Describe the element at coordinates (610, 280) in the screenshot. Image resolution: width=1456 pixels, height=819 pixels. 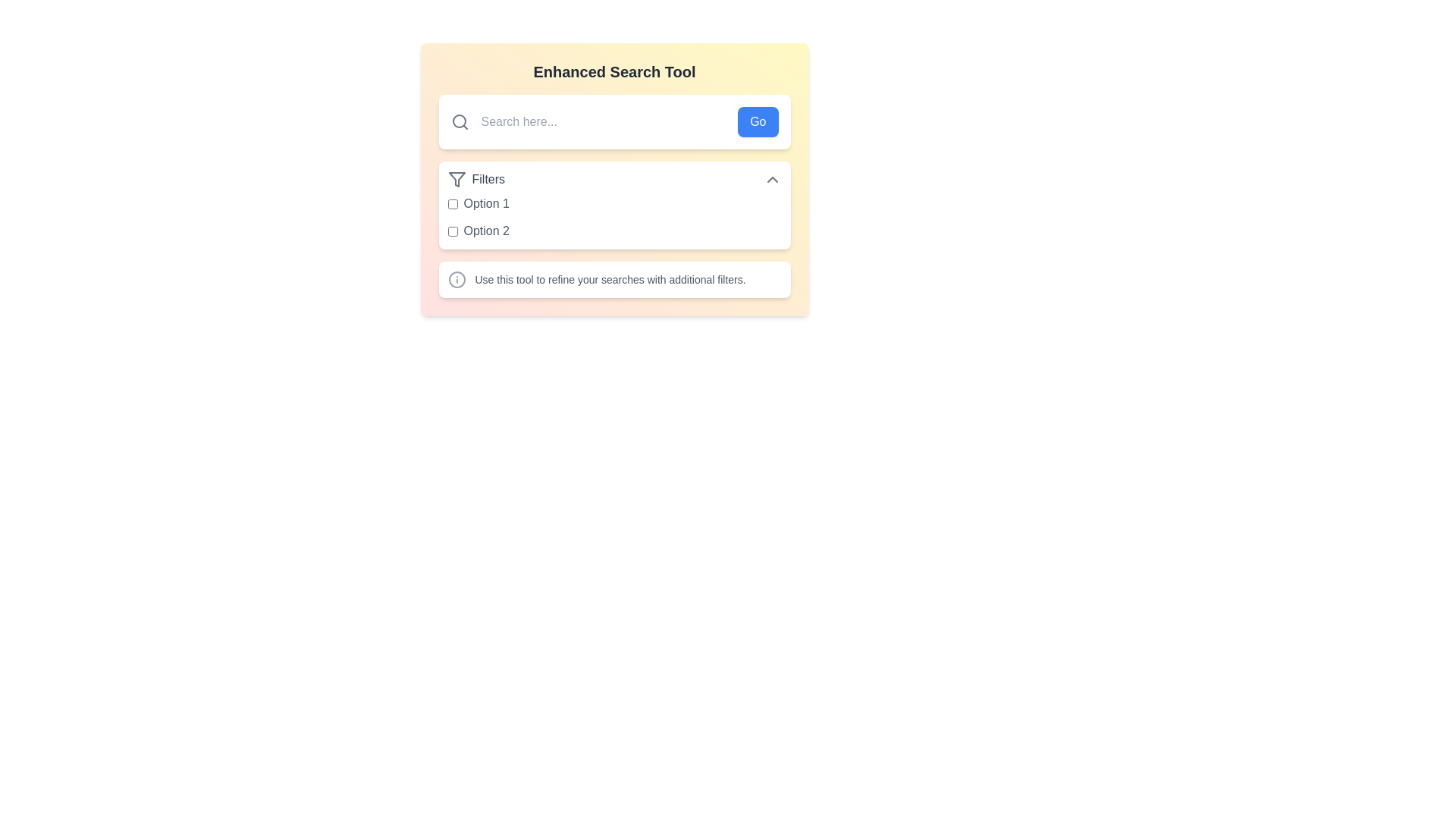
I see `the static text label that says 'Use this tool to refine your searches with additional filters.' located within a white rounded rectangular box below the 'Filters' dropdown` at that location.